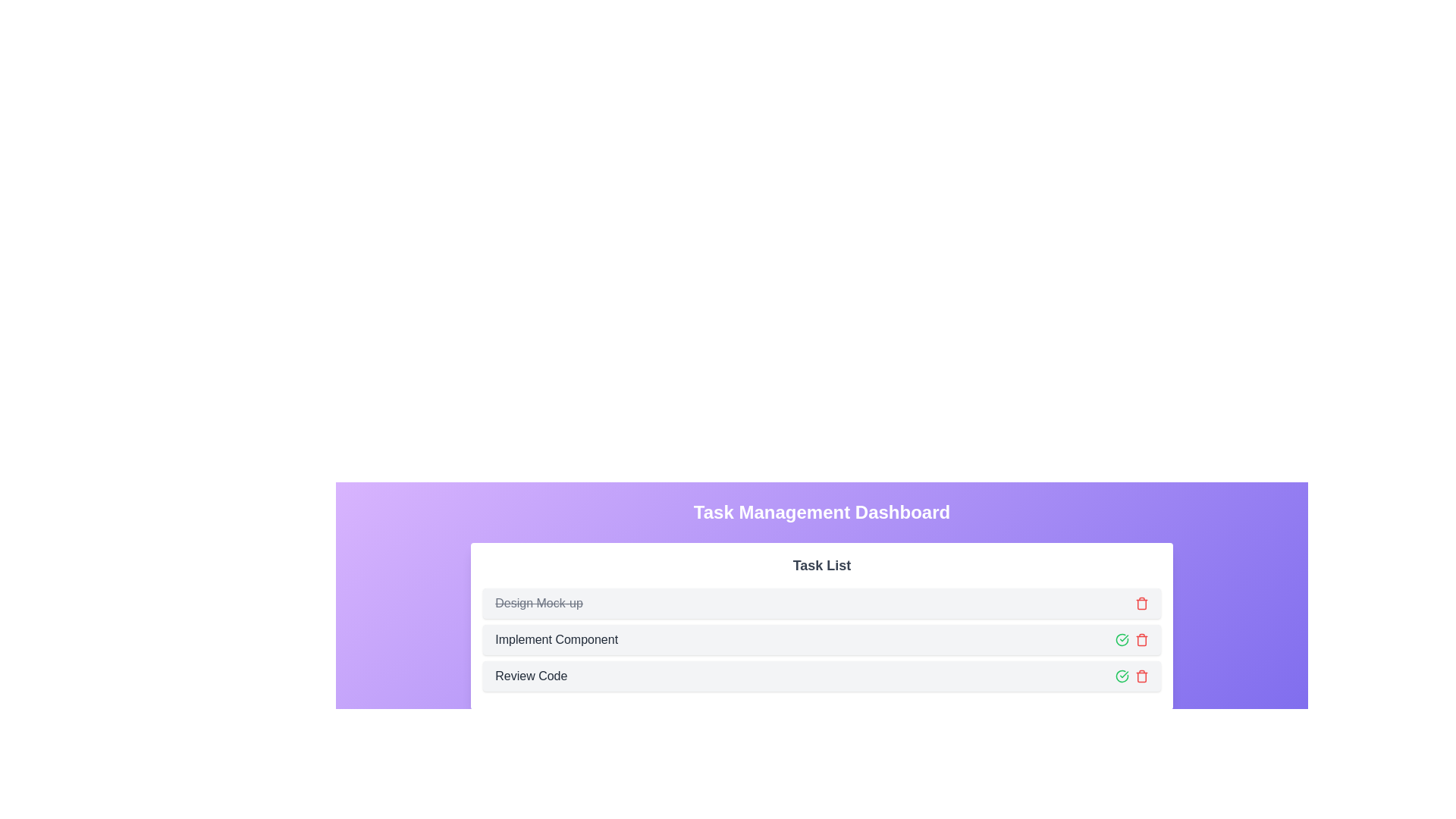  I want to click on text label 'Review Code' within the third task entry of the vertical task list, which is styled in medium-weight dark gray font against a light gray background, so click(531, 675).